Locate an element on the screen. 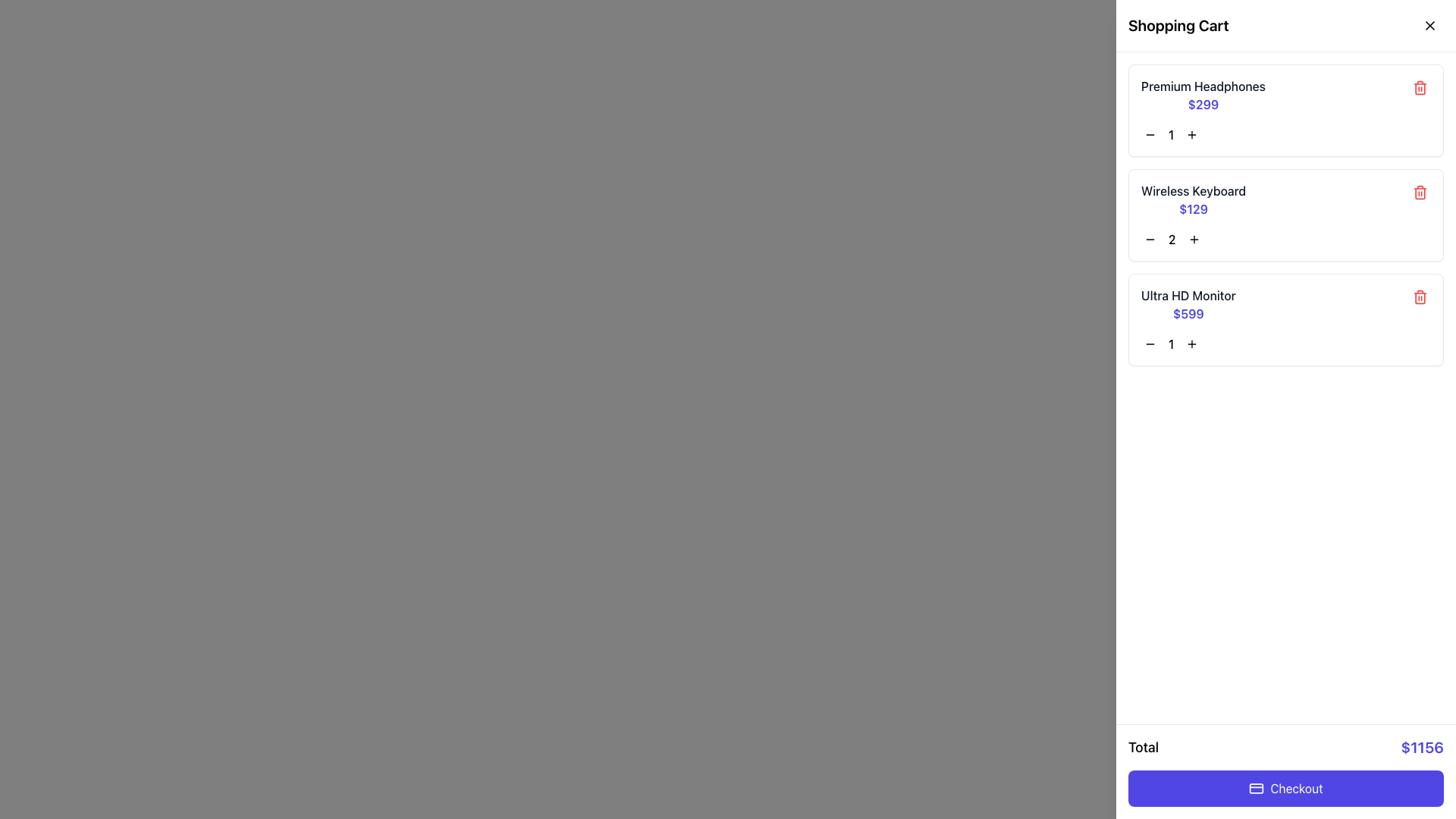  the quantity selector buttons of the 'Ultra HD Monitor' item in the shopping cart is located at coordinates (1285, 344).